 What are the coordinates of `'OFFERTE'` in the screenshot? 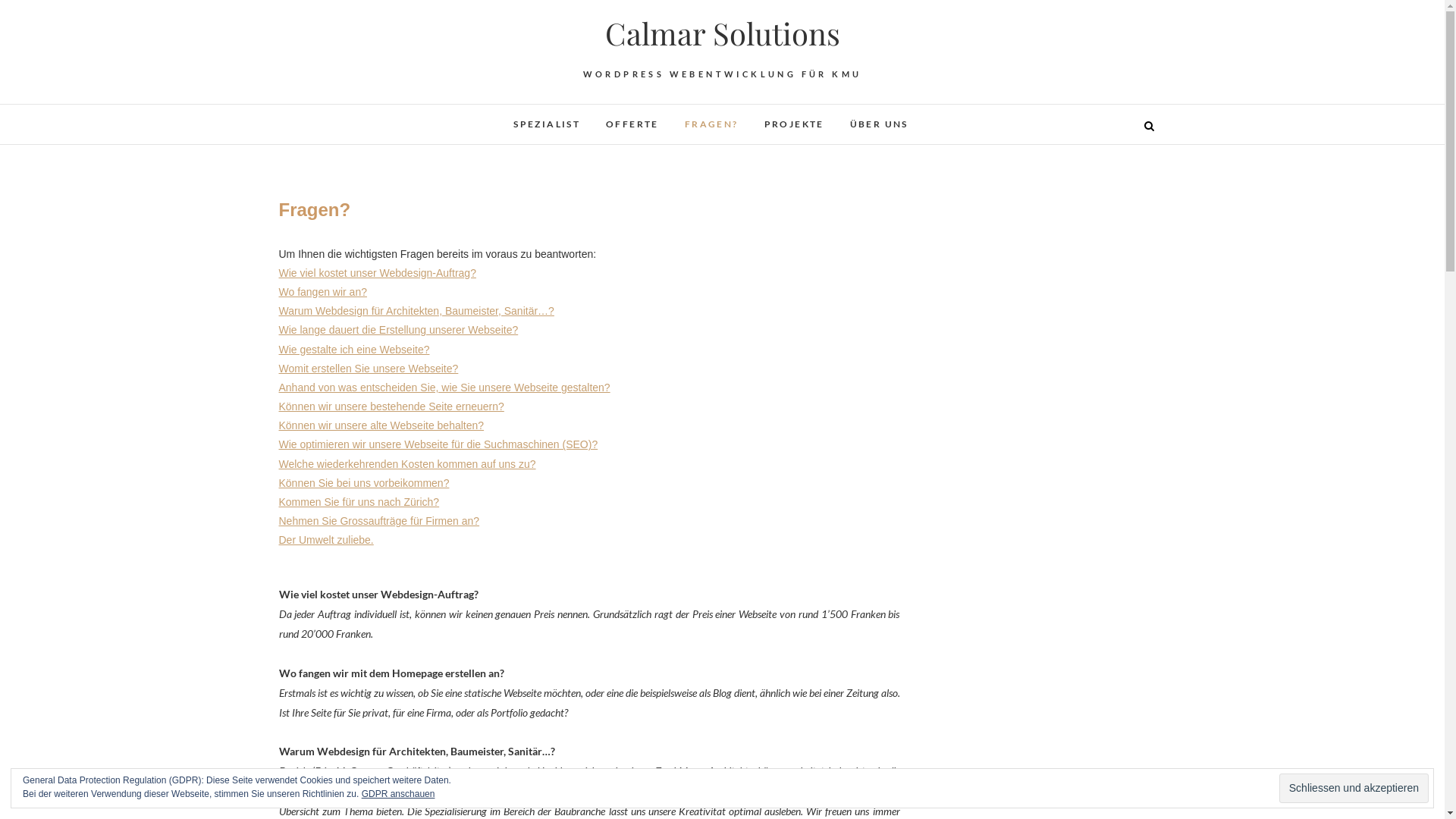 It's located at (632, 124).